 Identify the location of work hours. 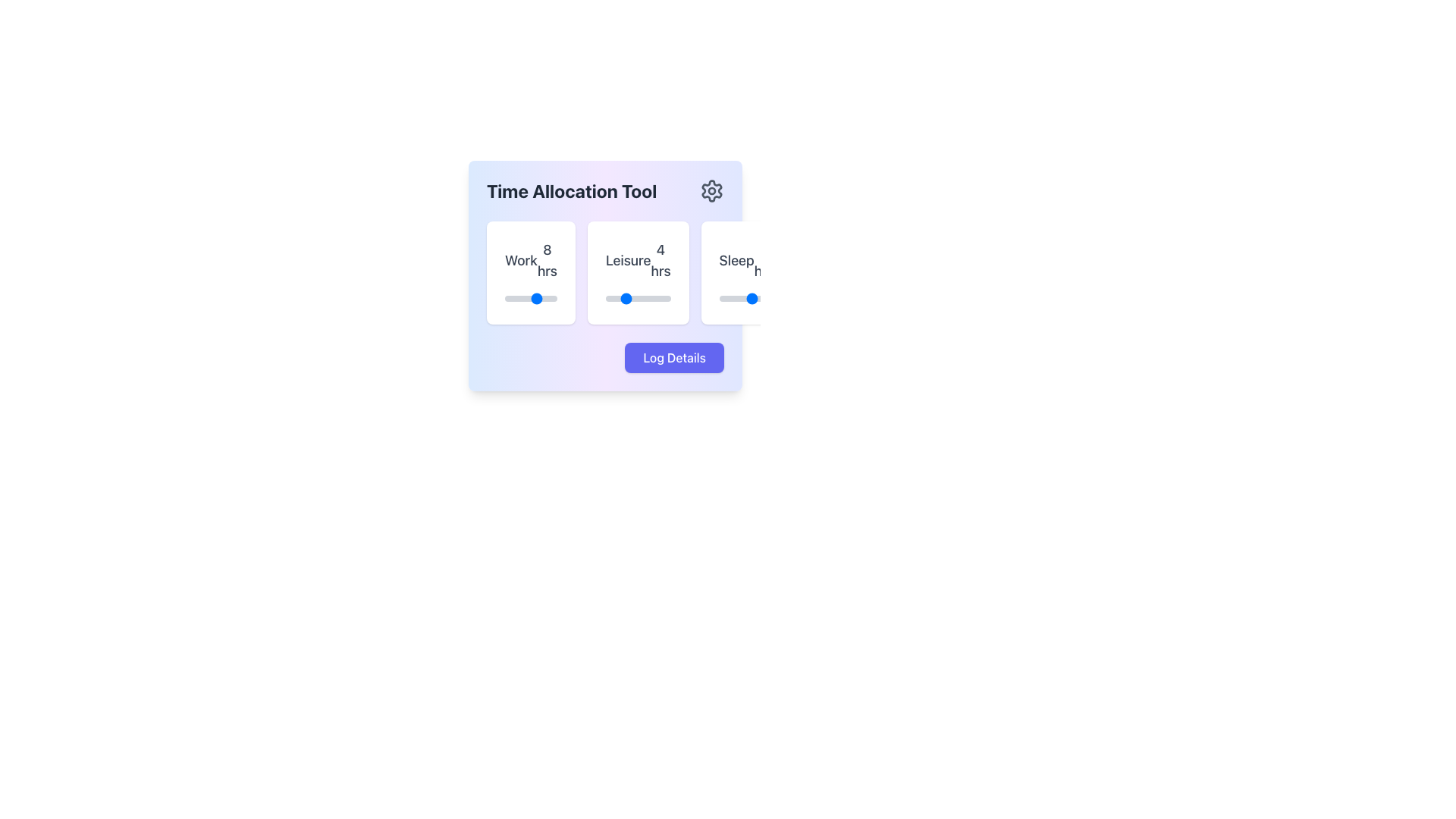
(514, 298).